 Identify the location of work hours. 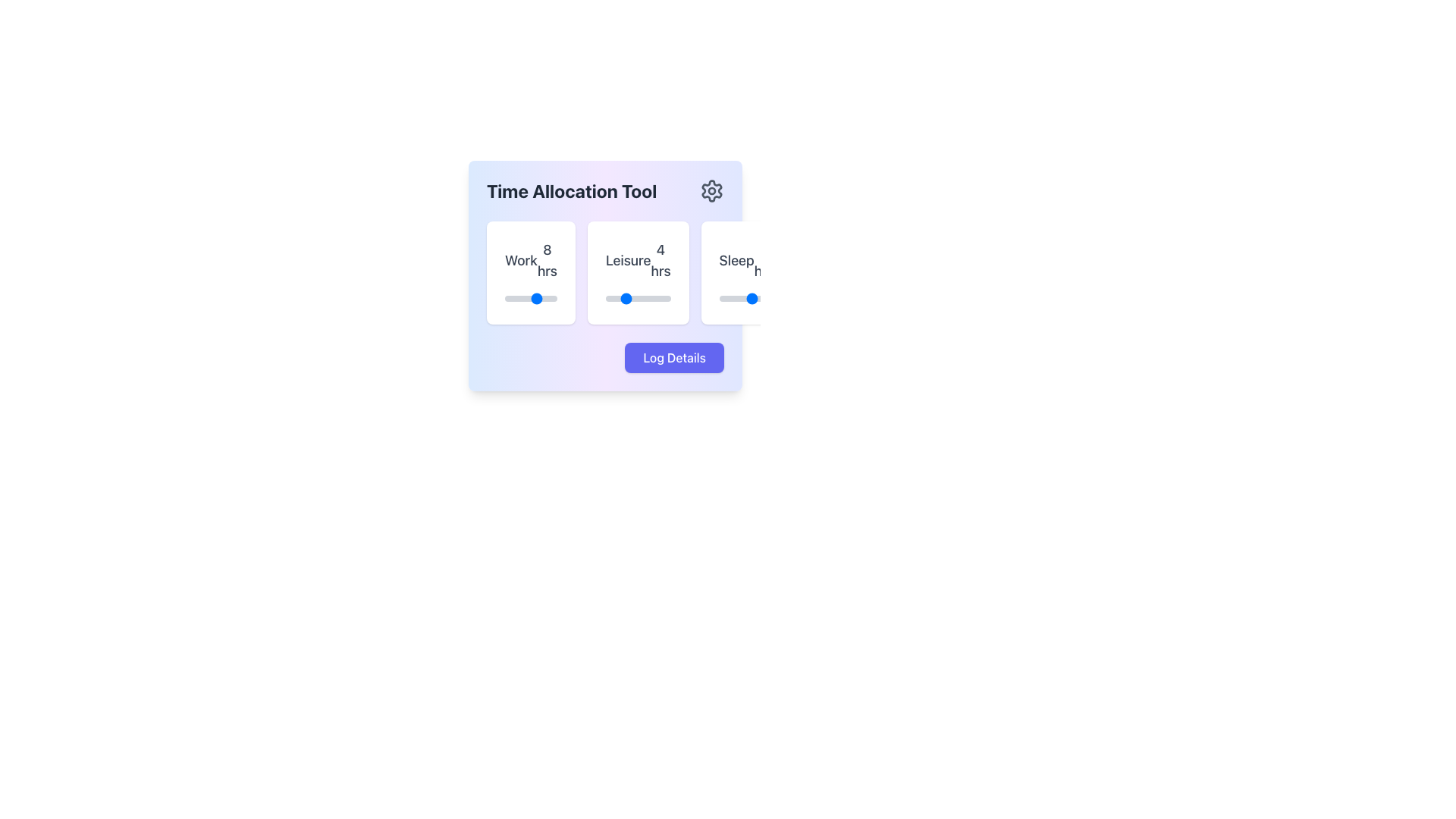
(514, 298).